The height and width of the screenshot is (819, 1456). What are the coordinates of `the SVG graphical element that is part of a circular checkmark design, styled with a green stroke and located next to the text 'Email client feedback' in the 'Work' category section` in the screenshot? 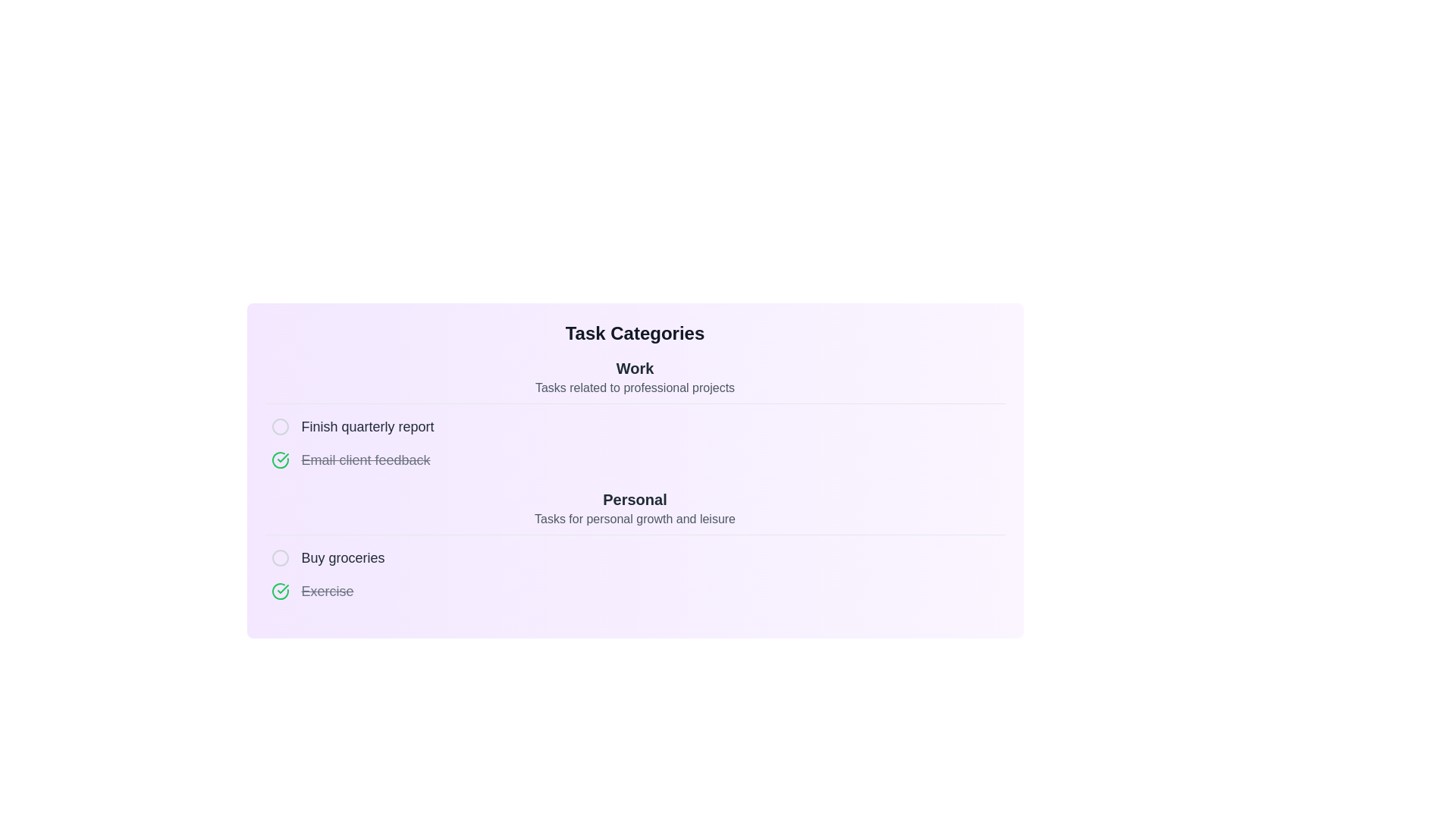 It's located at (280, 590).